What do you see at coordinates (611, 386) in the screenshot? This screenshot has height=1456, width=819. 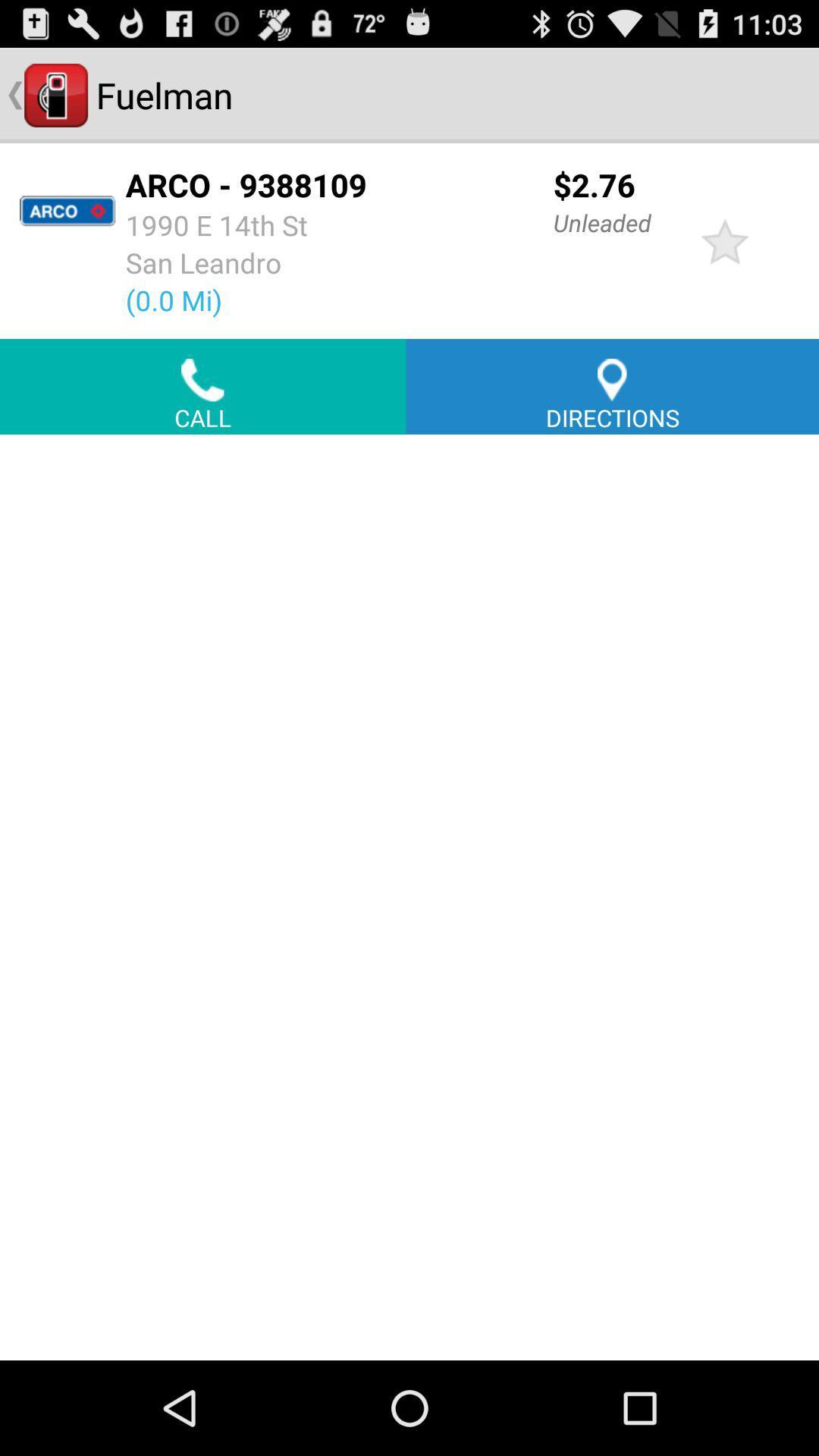 I see `the directions button` at bounding box center [611, 386].